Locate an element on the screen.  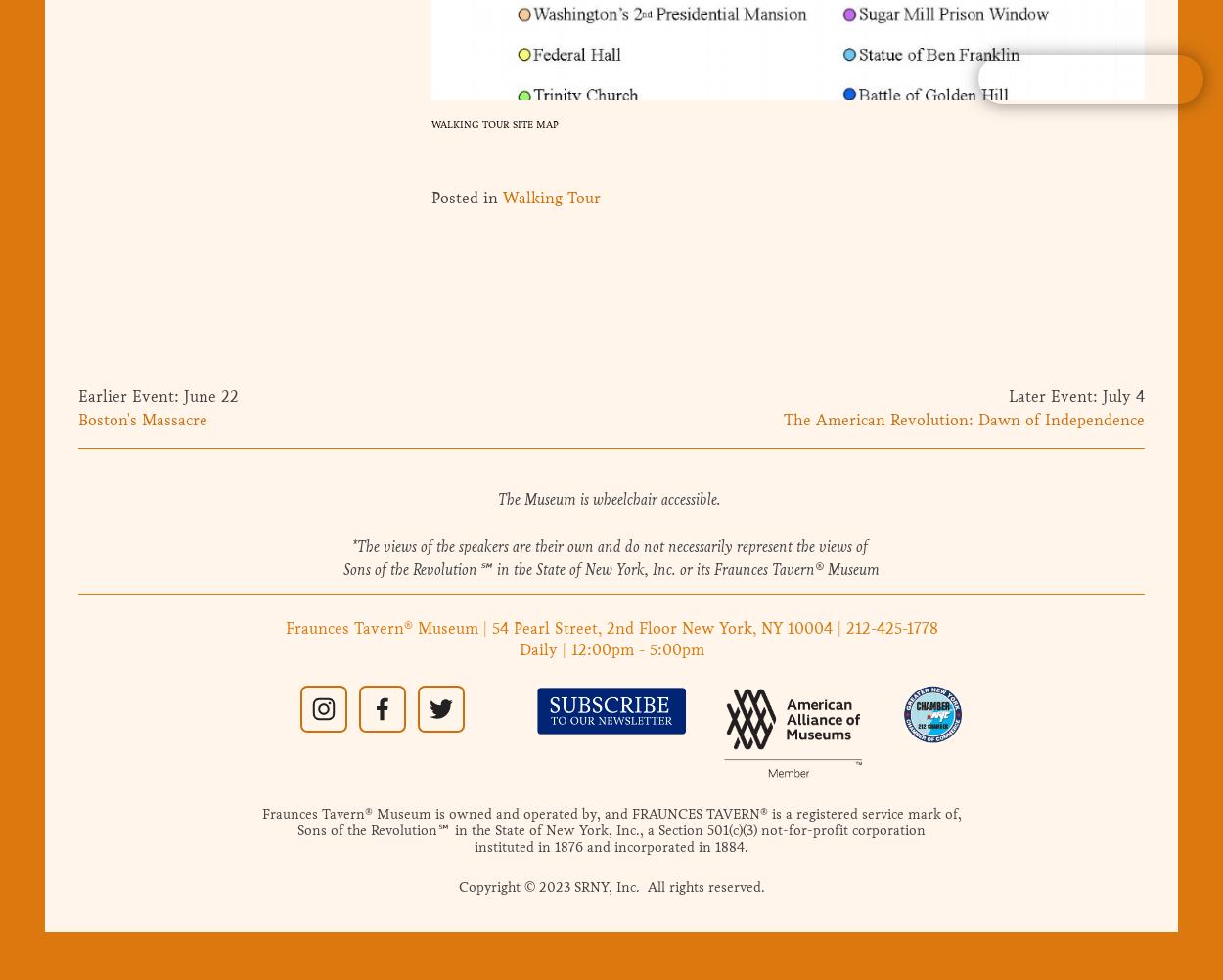
'Walking Tour Site Map' is located at coordinates (495, 122).